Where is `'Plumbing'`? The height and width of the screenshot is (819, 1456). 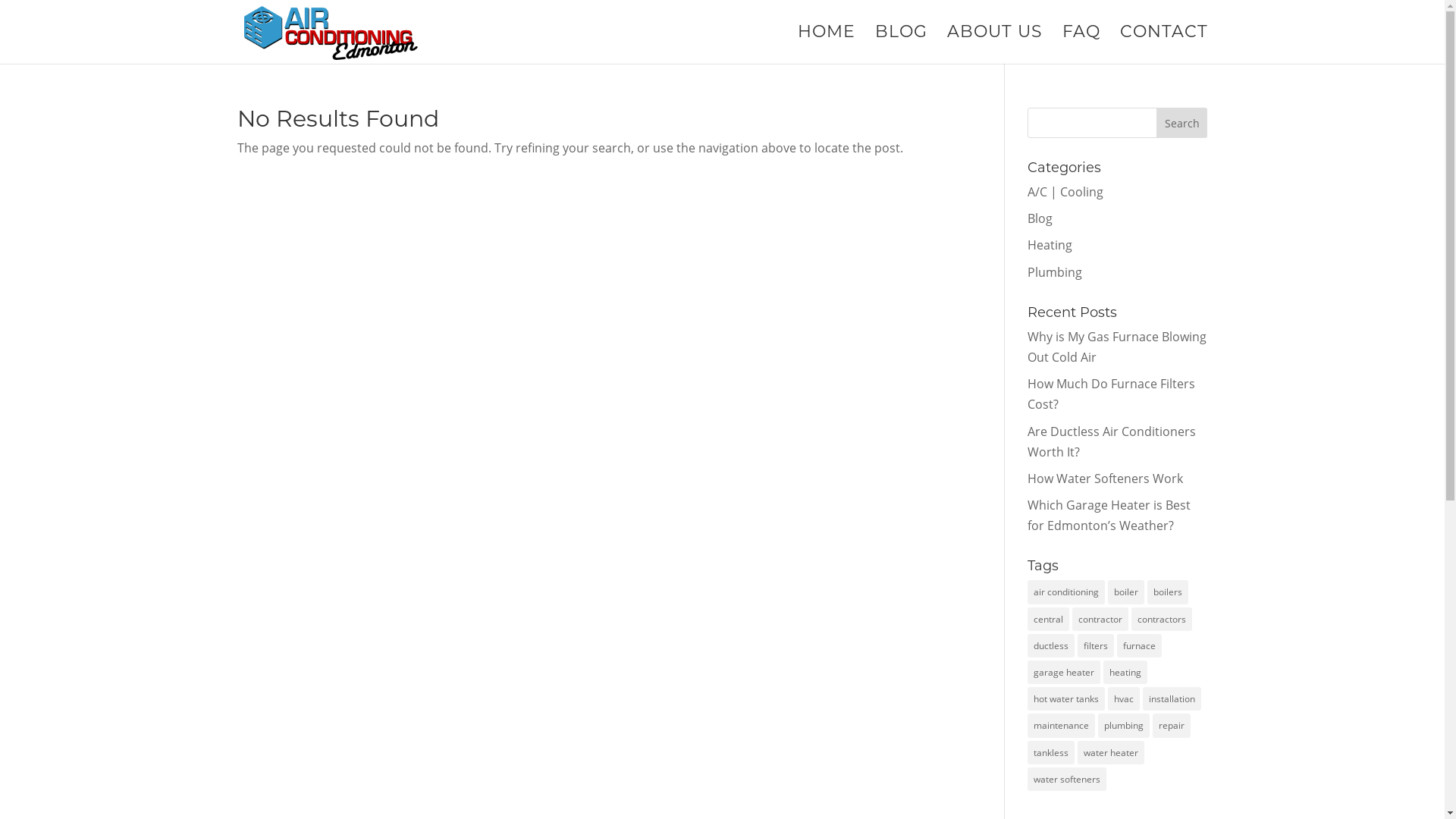 'Plumbing' is located at coordinates (1054, 271).